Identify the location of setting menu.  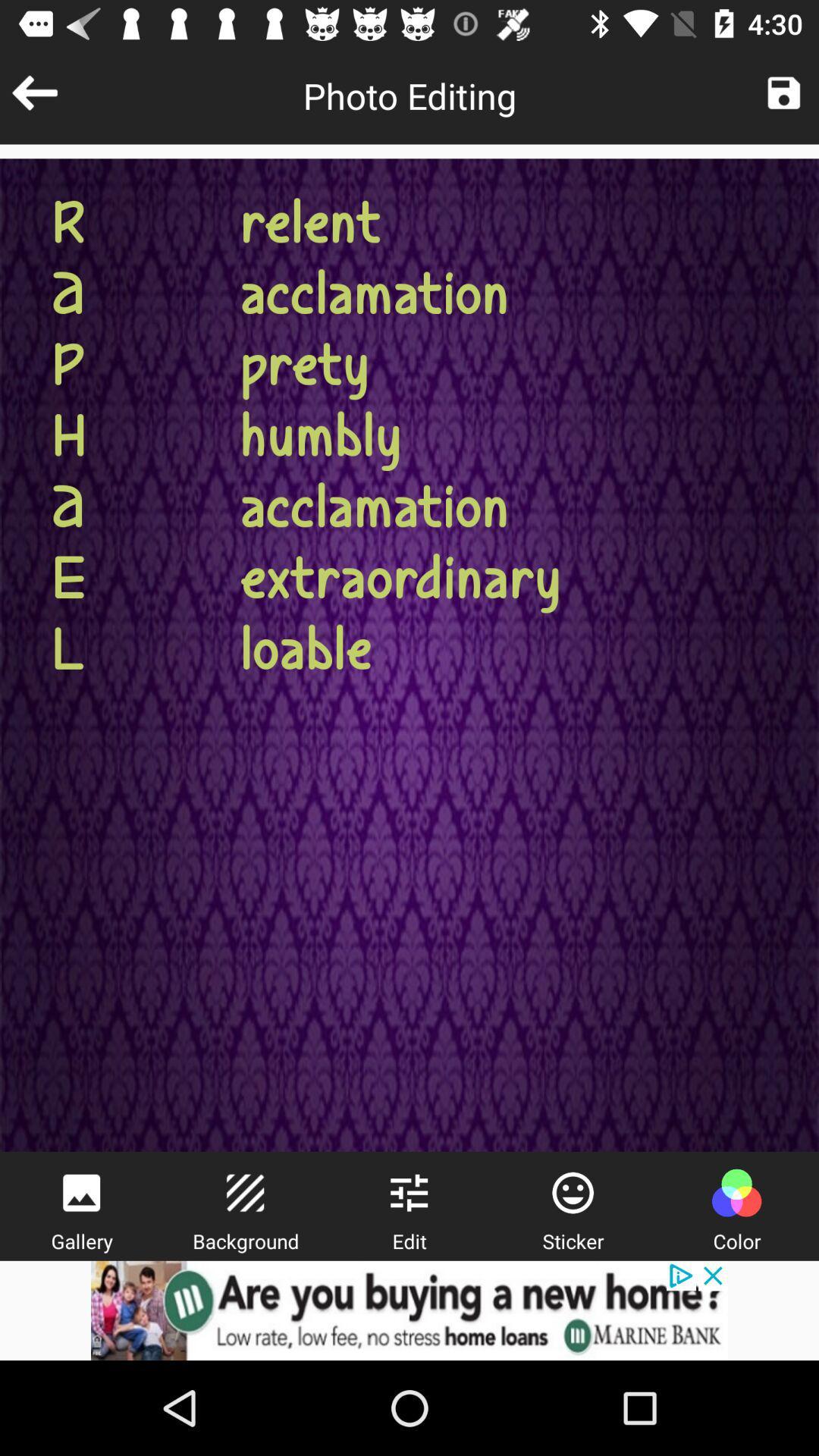
(408, 1192).